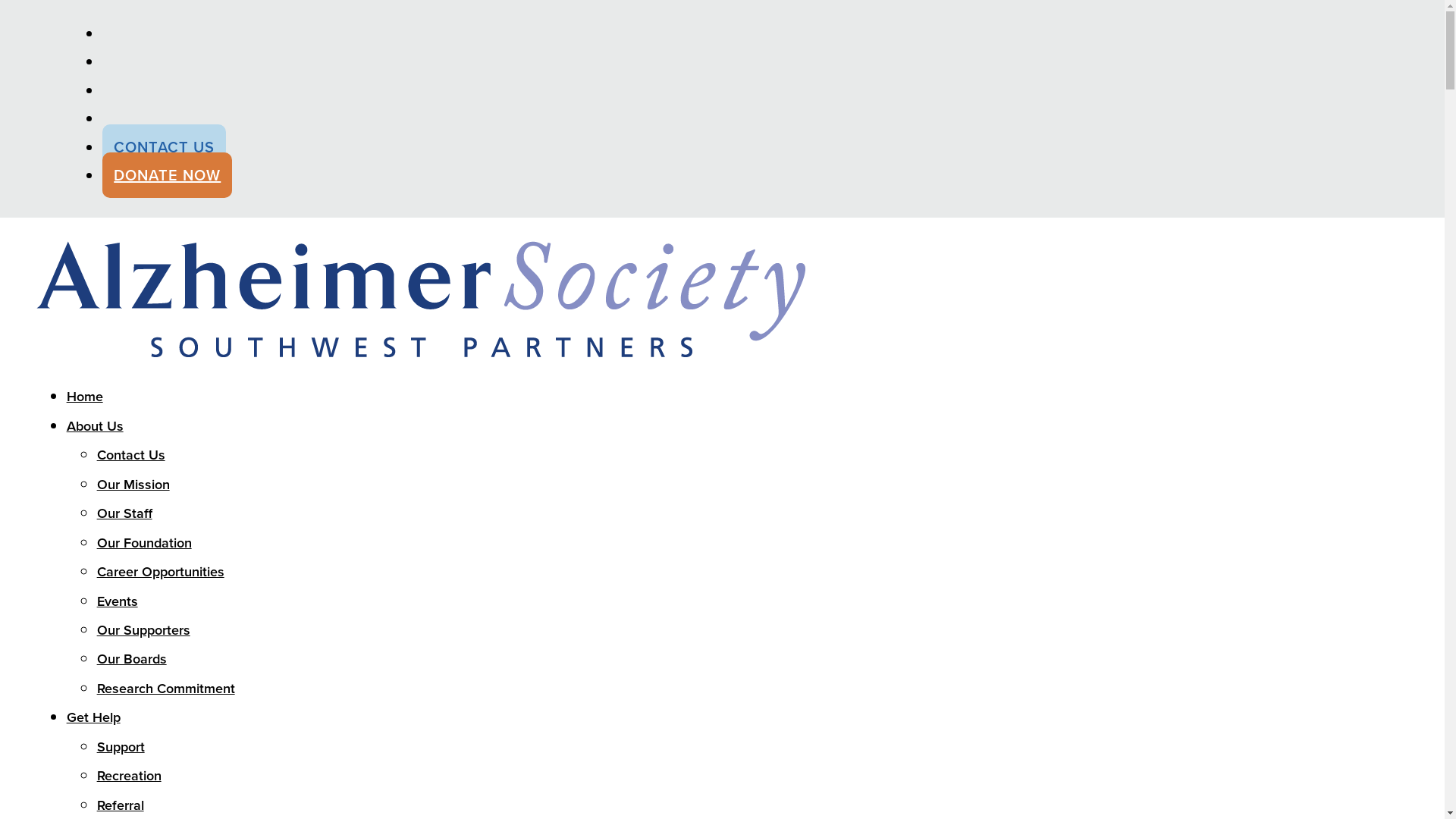 Image resolution: width=1456 pixels, height=819 pixels. Describe the element at coordinates (93, 717) in the screenshot. I see `'Get Help'` at that location.